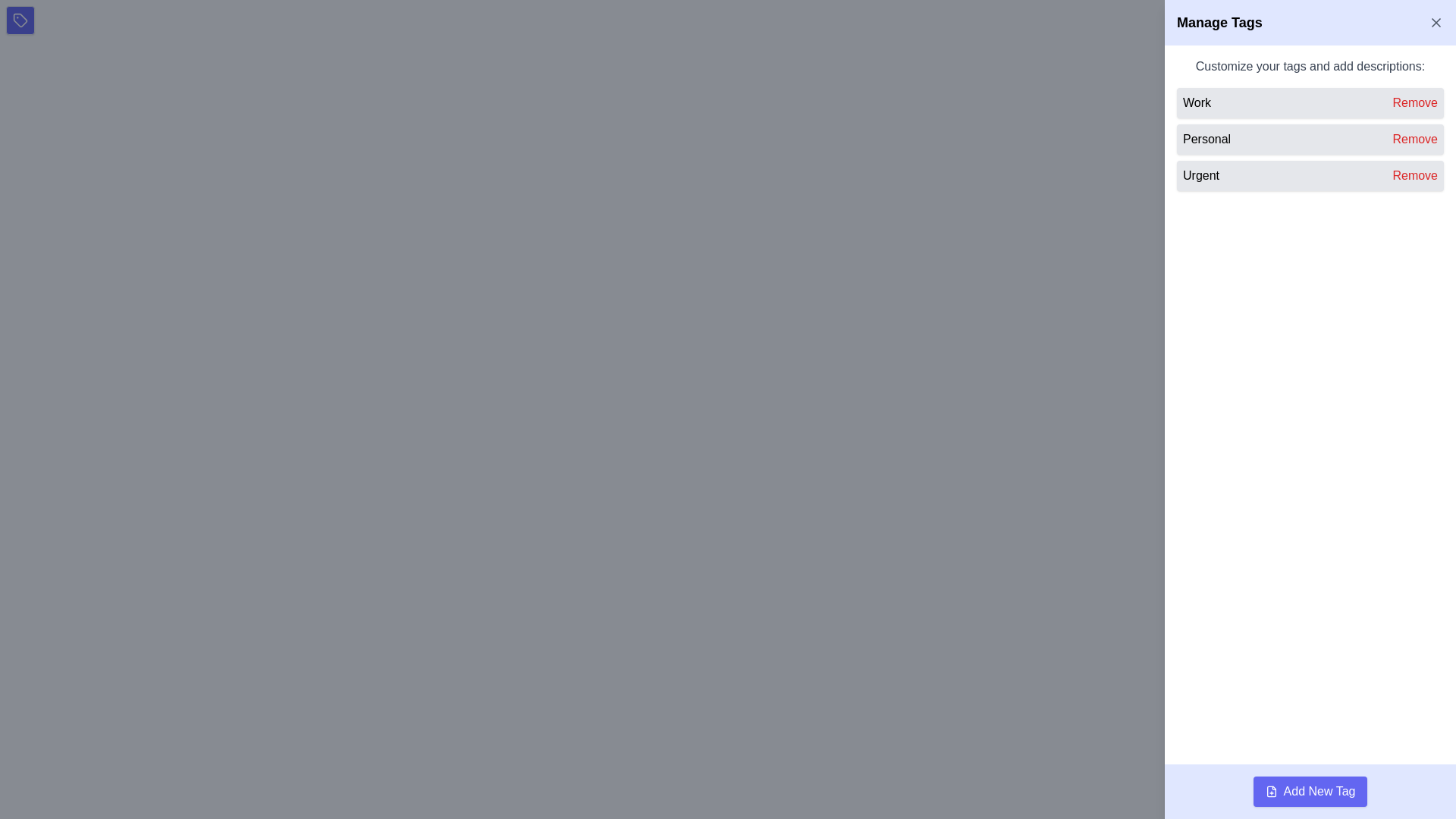 The height and width of the screenshot is (819, 1456). I want to click on the 'Remove' button styled in red font color located in the second list item under the 'Manage Tags' section, next to the tag label 'Personal', so click(1414, 140).